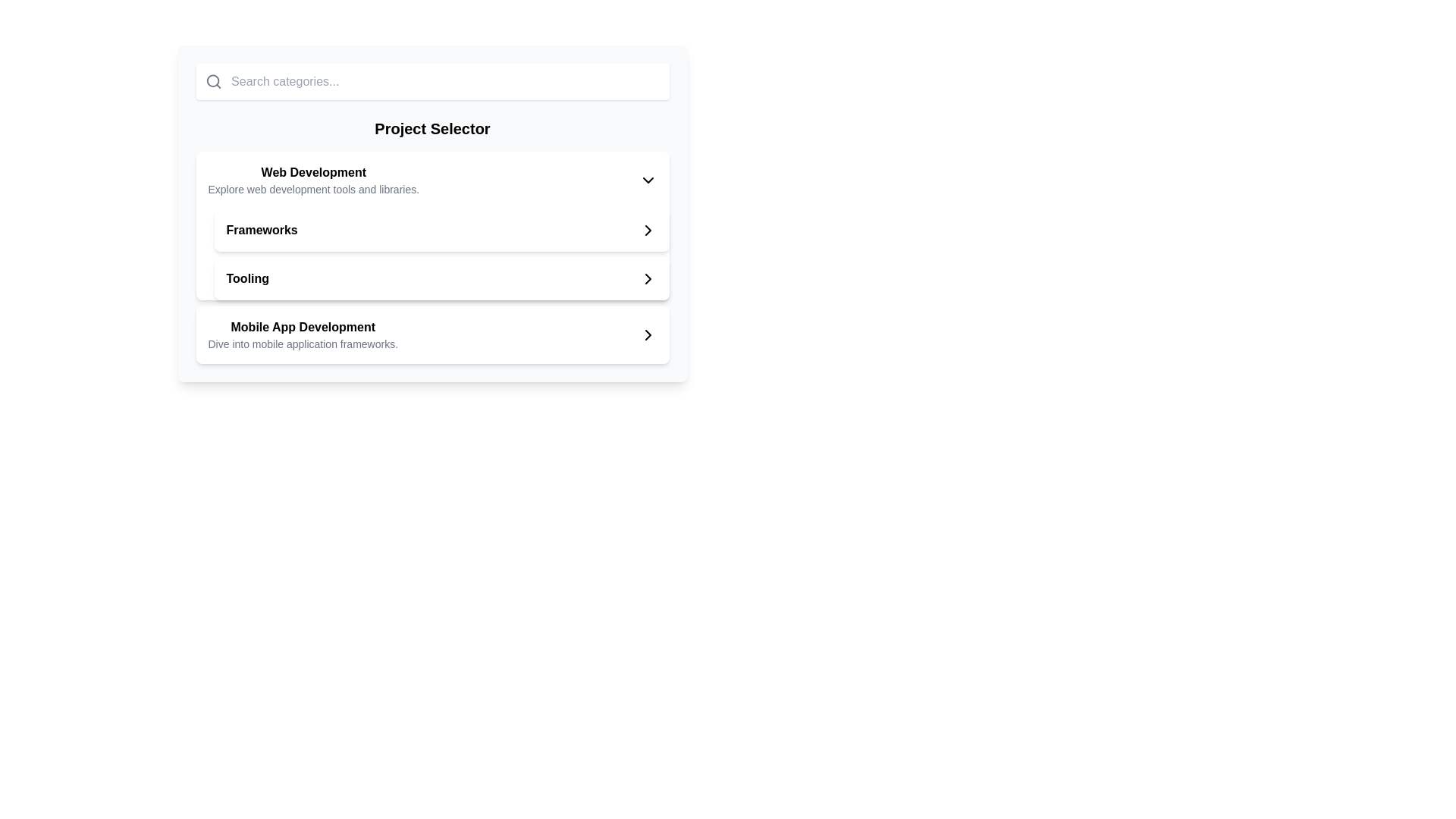 The image size is (1456, 819). Describe the element at coordinates (648, 278) in the screenshot. I see `the navigational icon located at the right-hand side of the 'Tooling' menu item under the 'Web Development' section in the Project Selector interface` at that location.